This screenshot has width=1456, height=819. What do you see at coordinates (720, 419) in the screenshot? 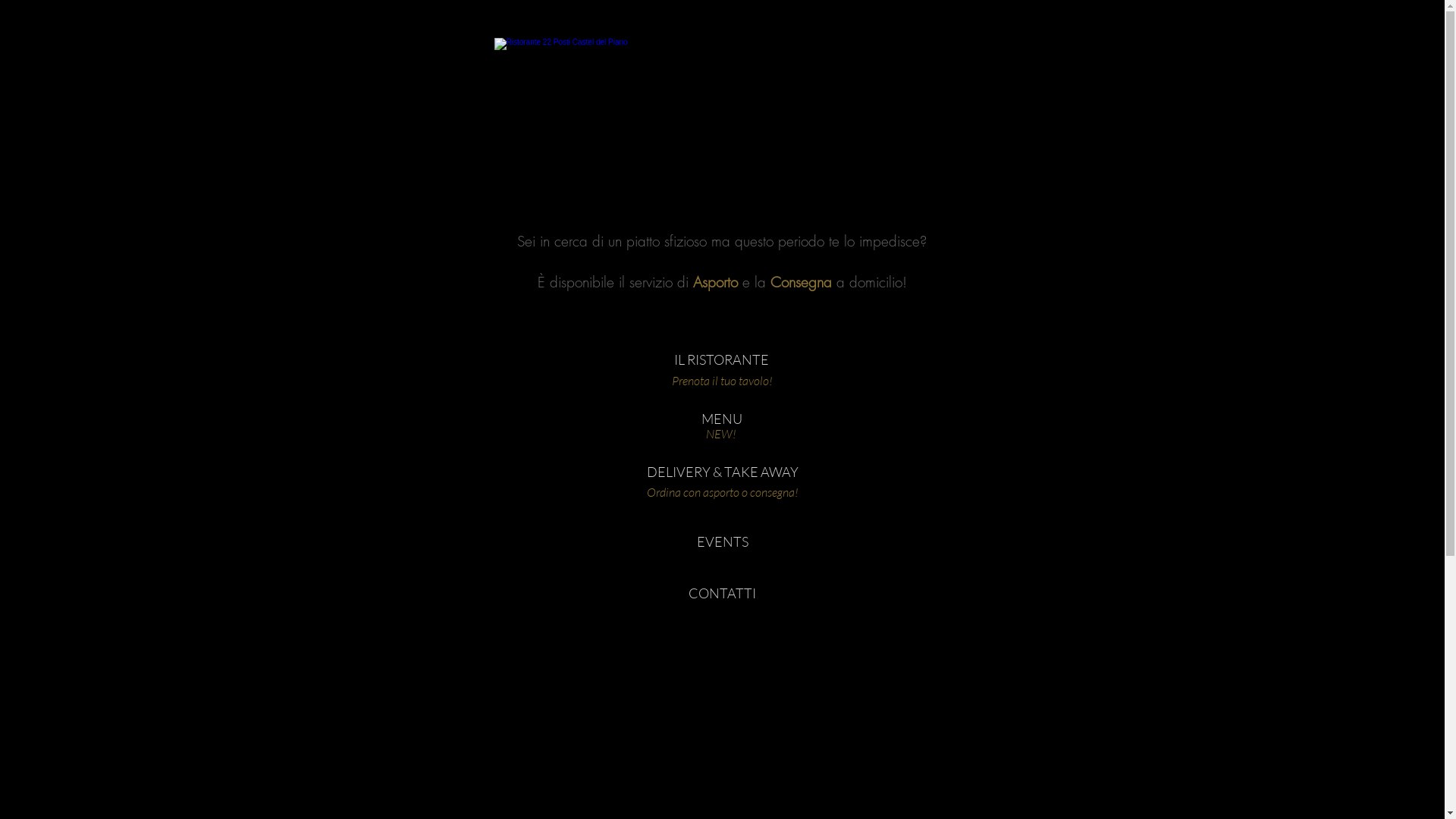
I see `'MENU'` at bounding box center [720, 419].